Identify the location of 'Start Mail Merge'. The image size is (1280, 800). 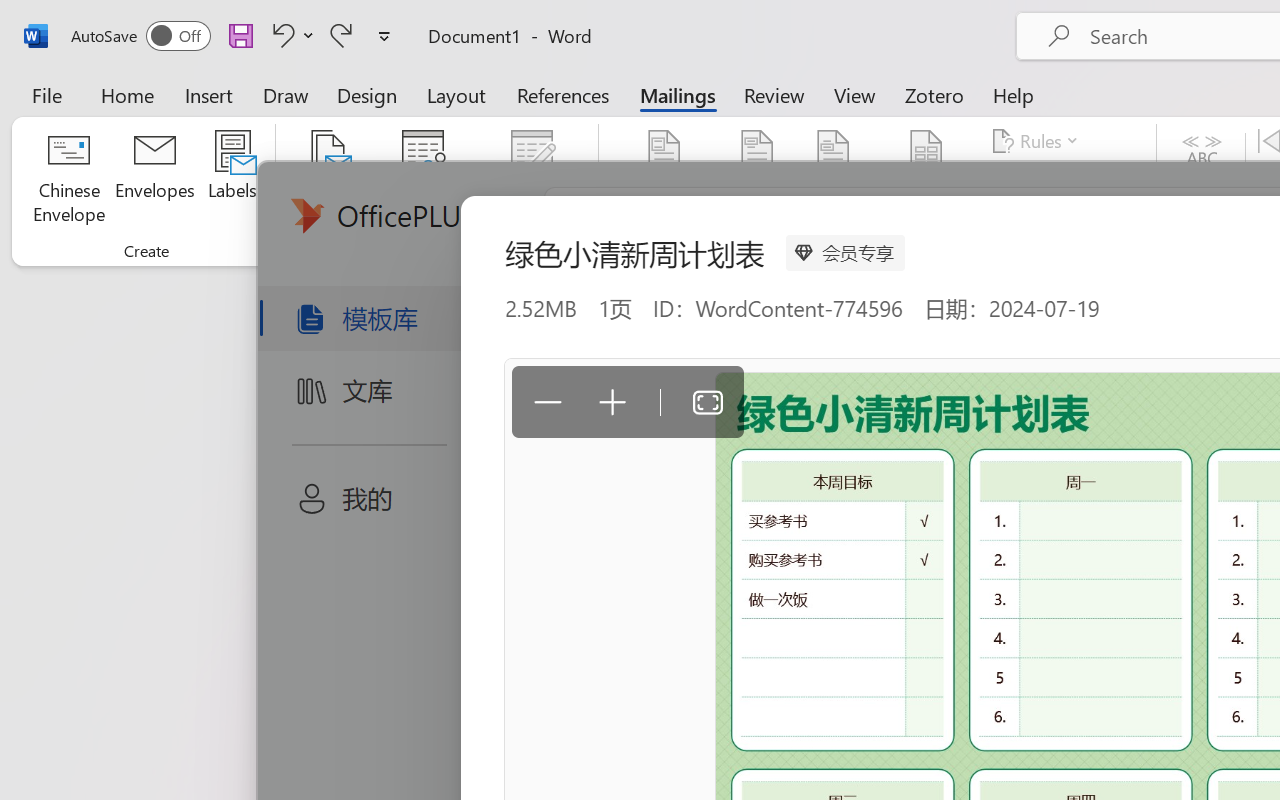
(328, 179).